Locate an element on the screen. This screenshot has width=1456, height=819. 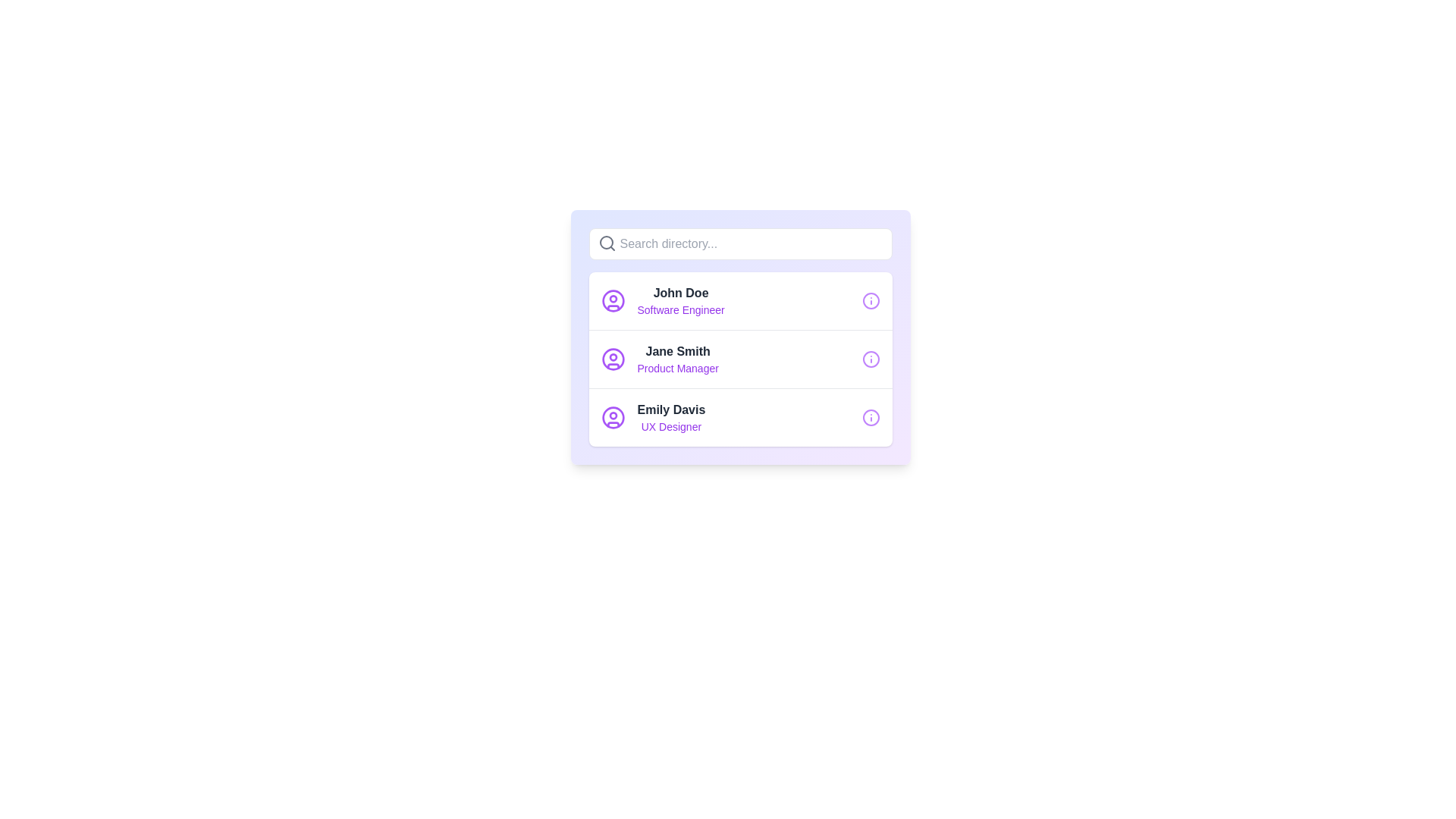
the third Card item in the list that displays user information, showing the name and title of an individual is located at coordinates (740, 417).